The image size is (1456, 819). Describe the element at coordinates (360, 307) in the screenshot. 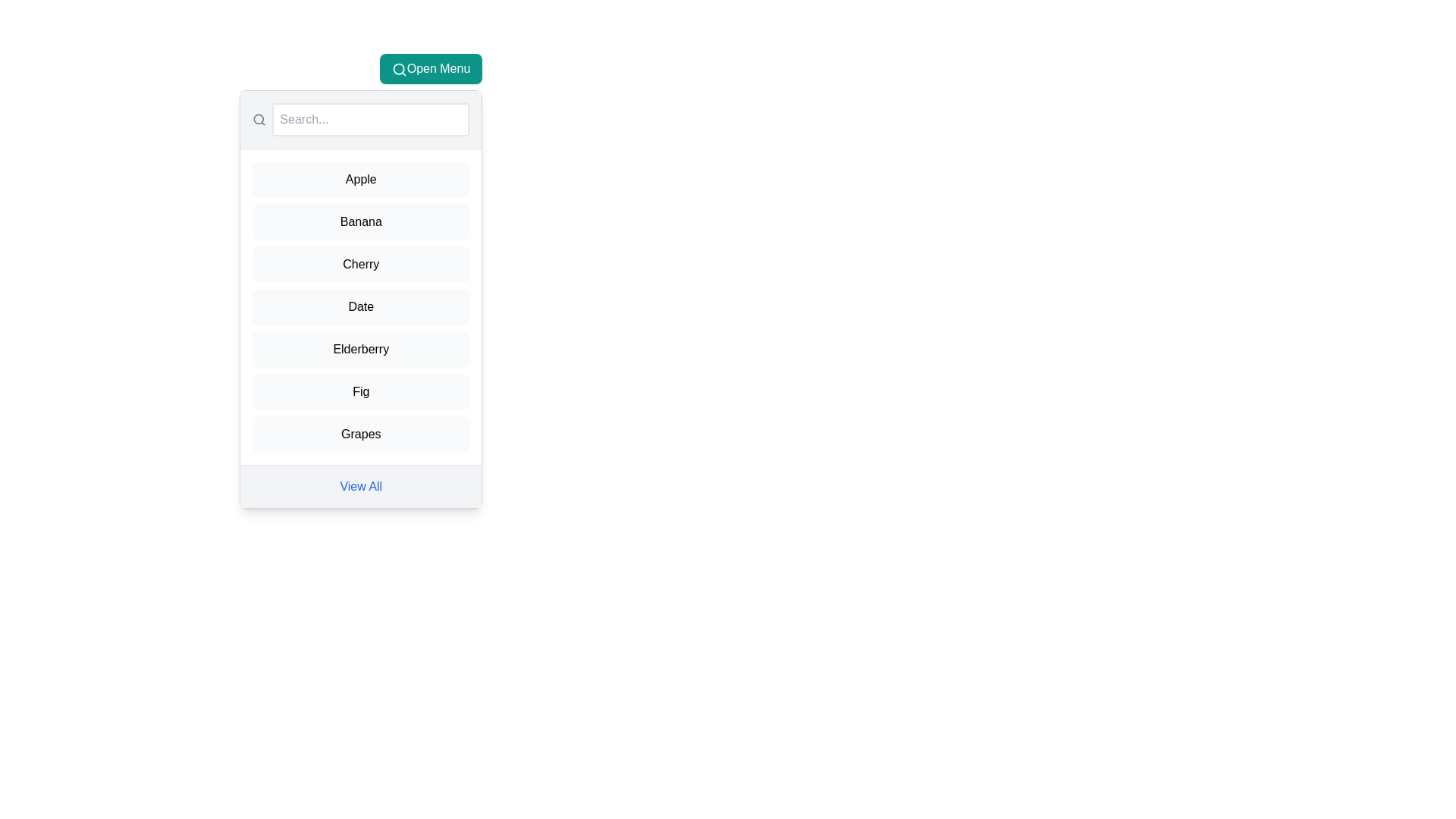

I see `the 'Date' button, which is a rectangular button with a rounded border, located within a scrollable vertical list and positioned as the fourth button in the sequence` at that location.